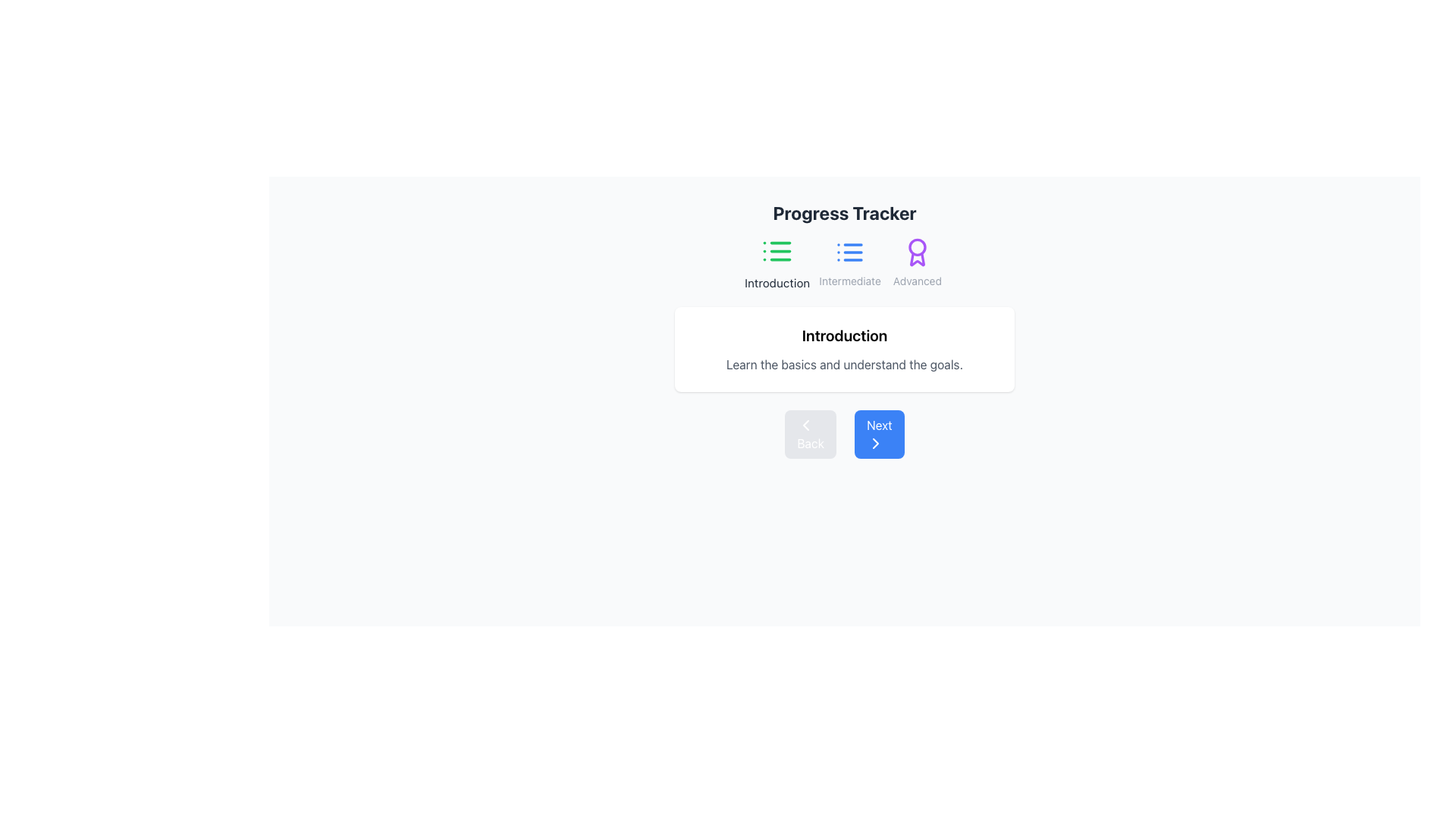 The width and height of the screenshot is (1456, 819). Describe the element at coordinates (916, 251) in the screenshot. I see `the vibrant purple circular icon with a ribbon-like design, which is the last icon in a row of three under the 'Advanced' label` at that location.